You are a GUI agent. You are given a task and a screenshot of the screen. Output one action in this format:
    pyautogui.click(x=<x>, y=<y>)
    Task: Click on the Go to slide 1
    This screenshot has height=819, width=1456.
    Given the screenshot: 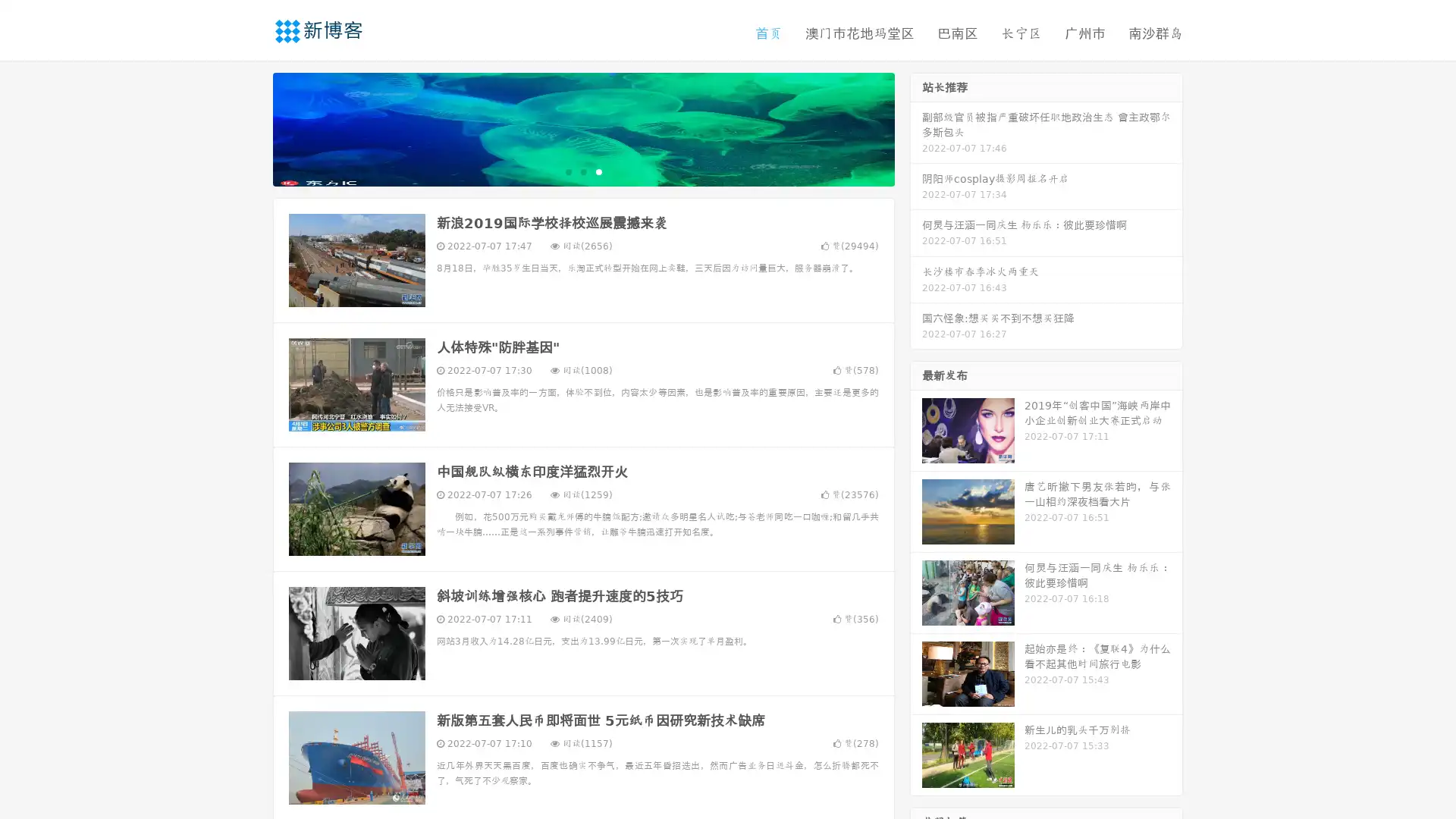 What is the action you would take?
    pyautogui.click(x=567, y=171)
    